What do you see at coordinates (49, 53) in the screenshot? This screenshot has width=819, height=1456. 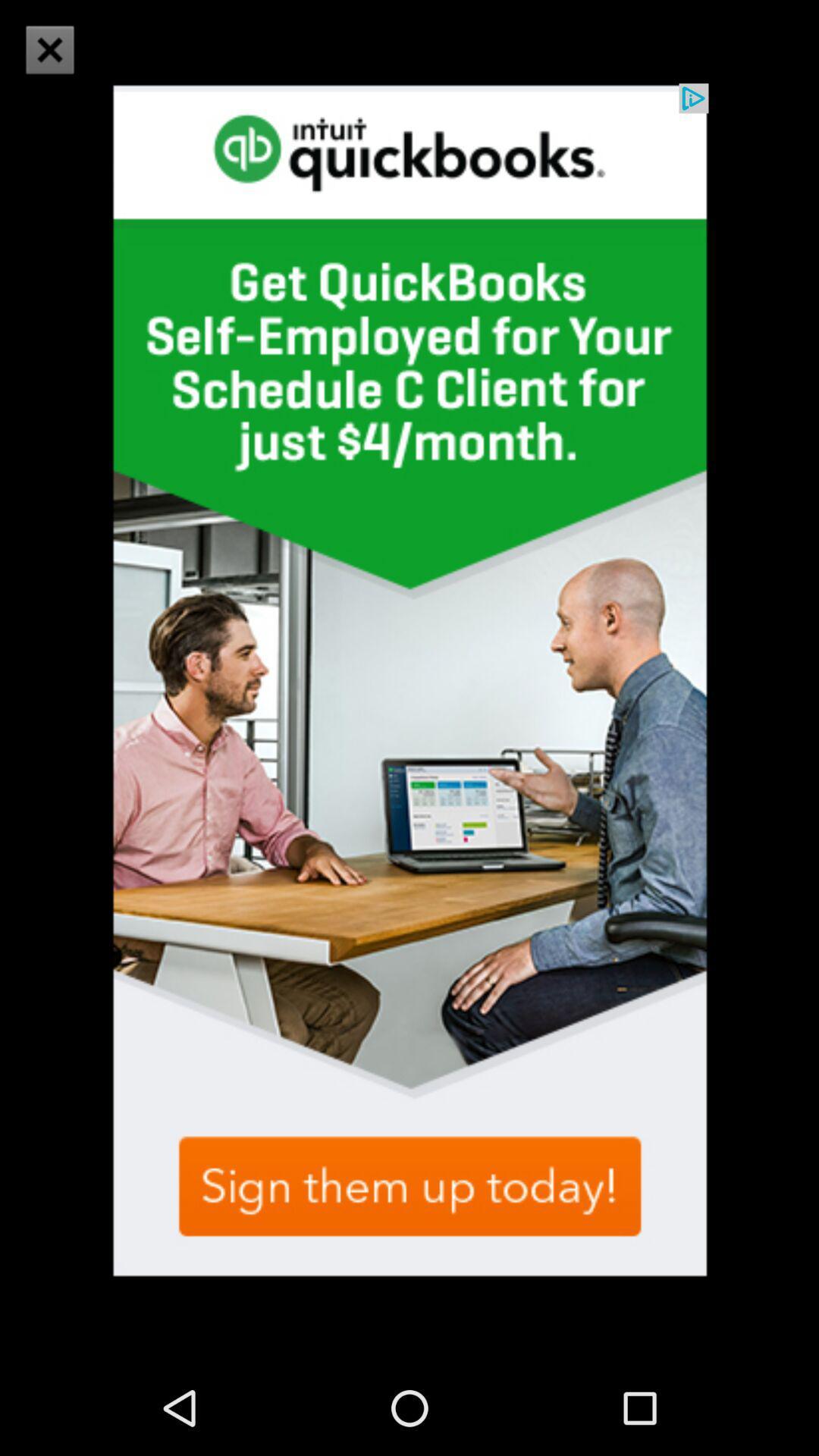 I see `the close icon` at bounding box center [49, 53].